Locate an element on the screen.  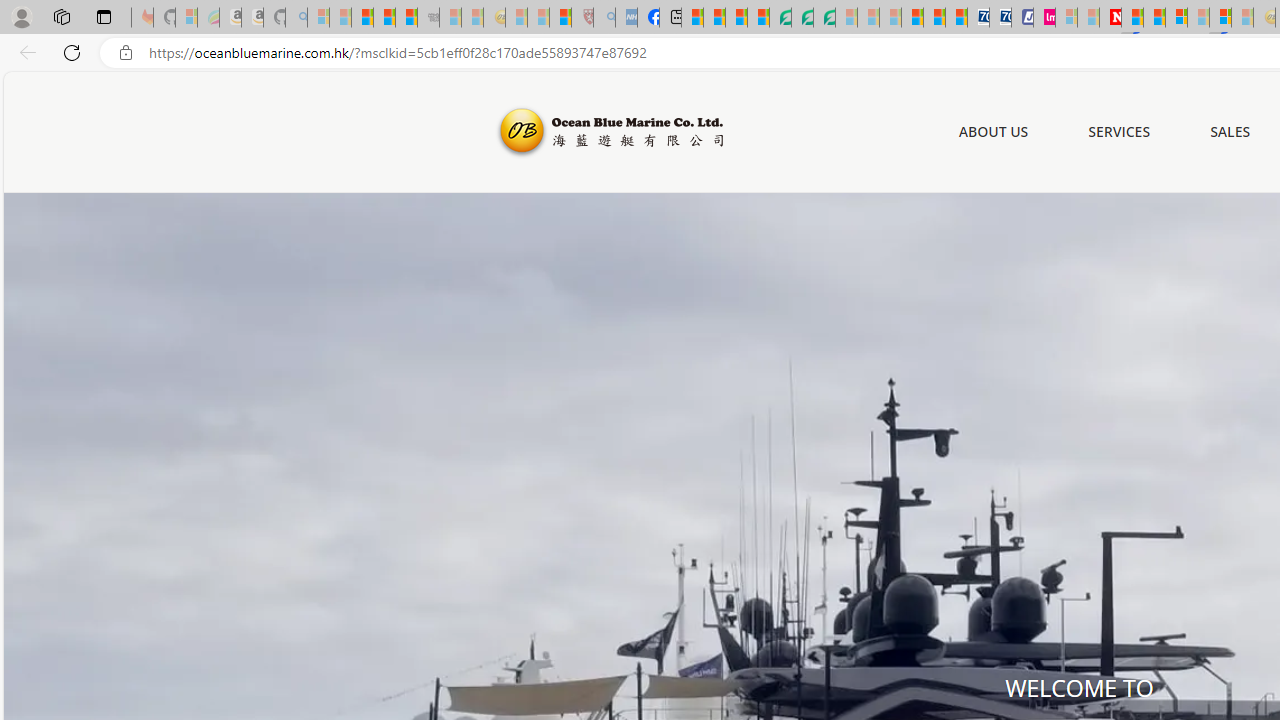
'Local - MSN' is located at coordinates (560, 17).